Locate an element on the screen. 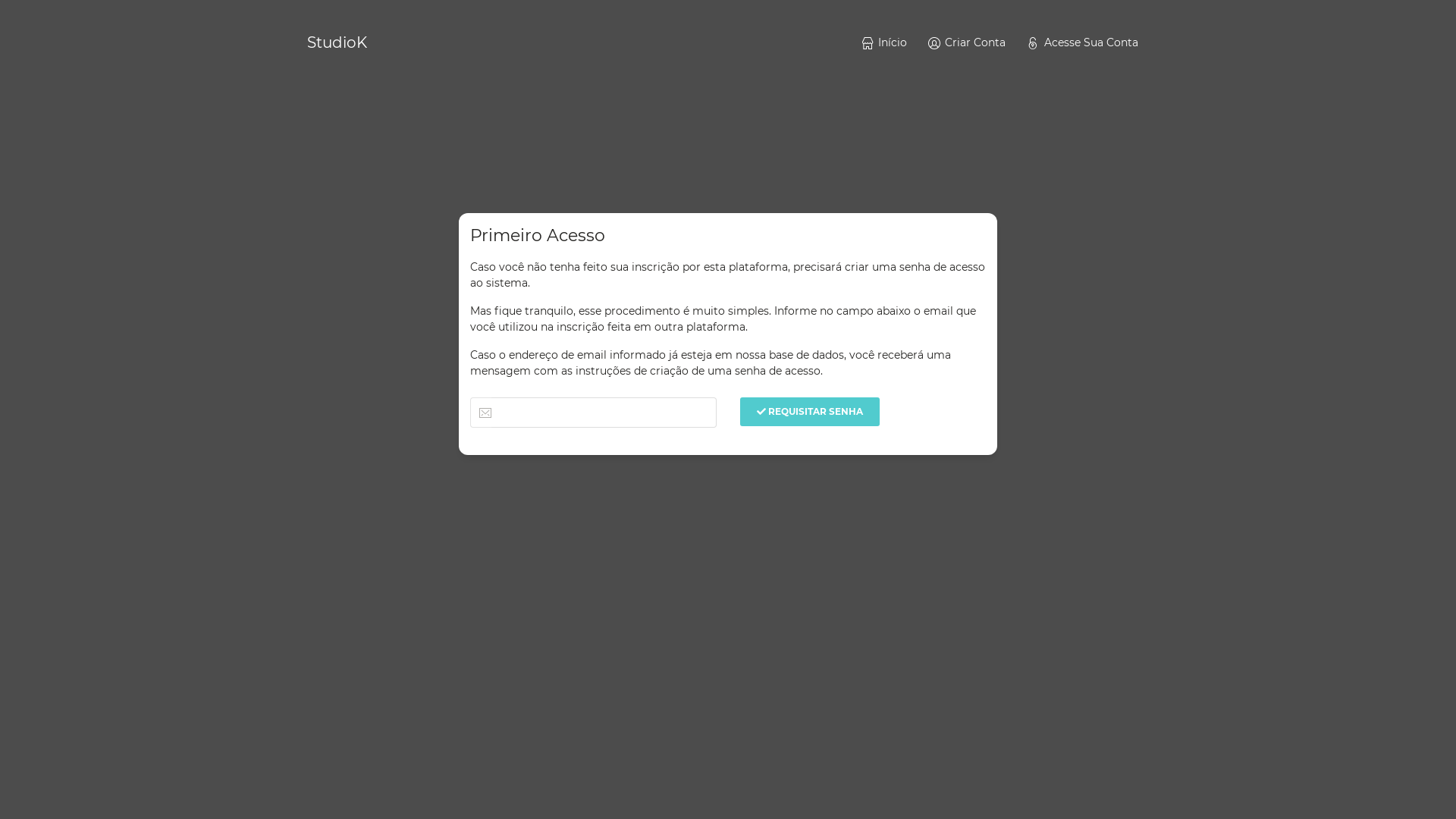 This screenshot has height=819, width=1456. 'REQUISITAR SENHA' is located at coordinates (808, 412).